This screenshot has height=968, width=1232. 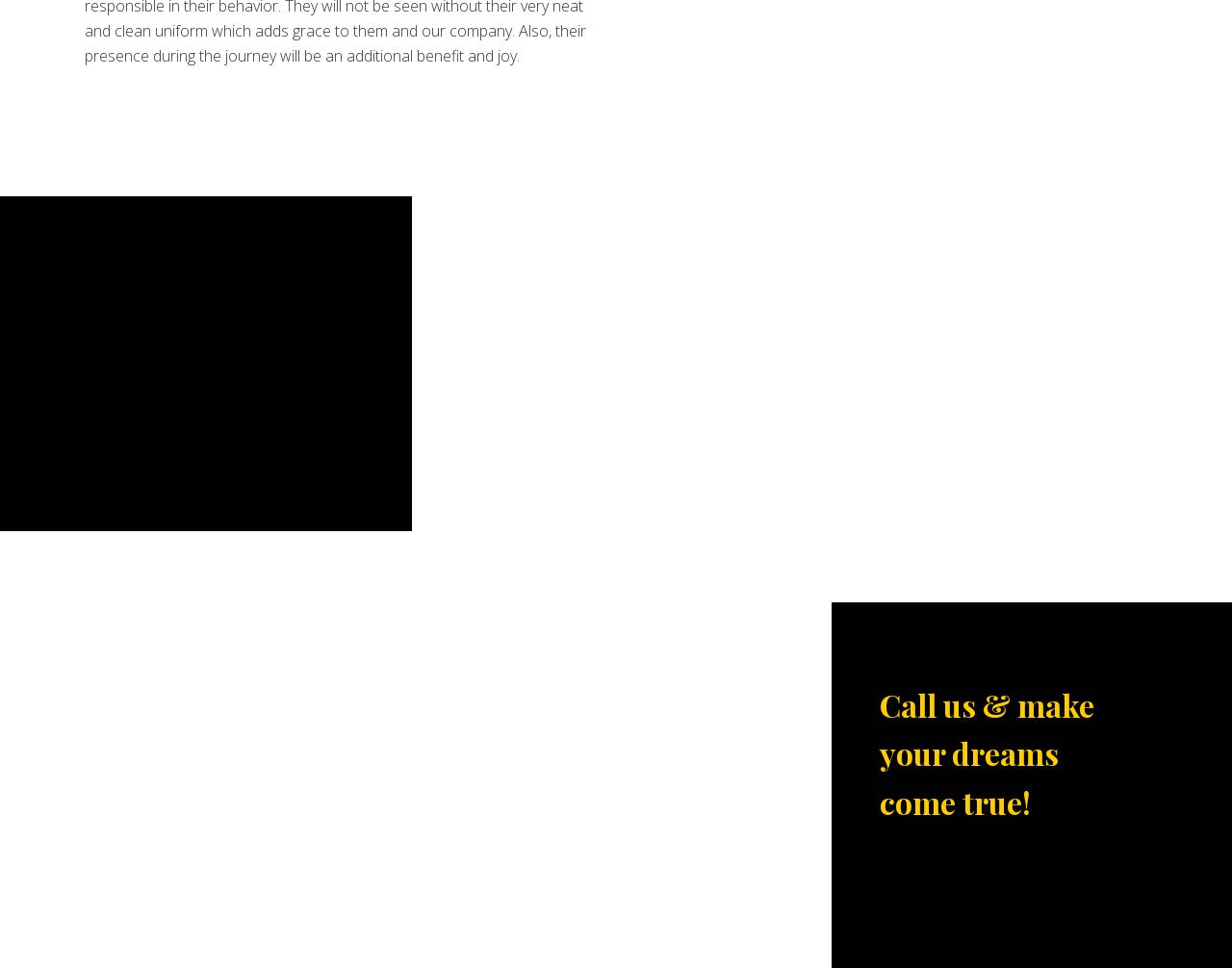 I want to click on 'Niagara Falls Tours', so click(x=148, y=825).